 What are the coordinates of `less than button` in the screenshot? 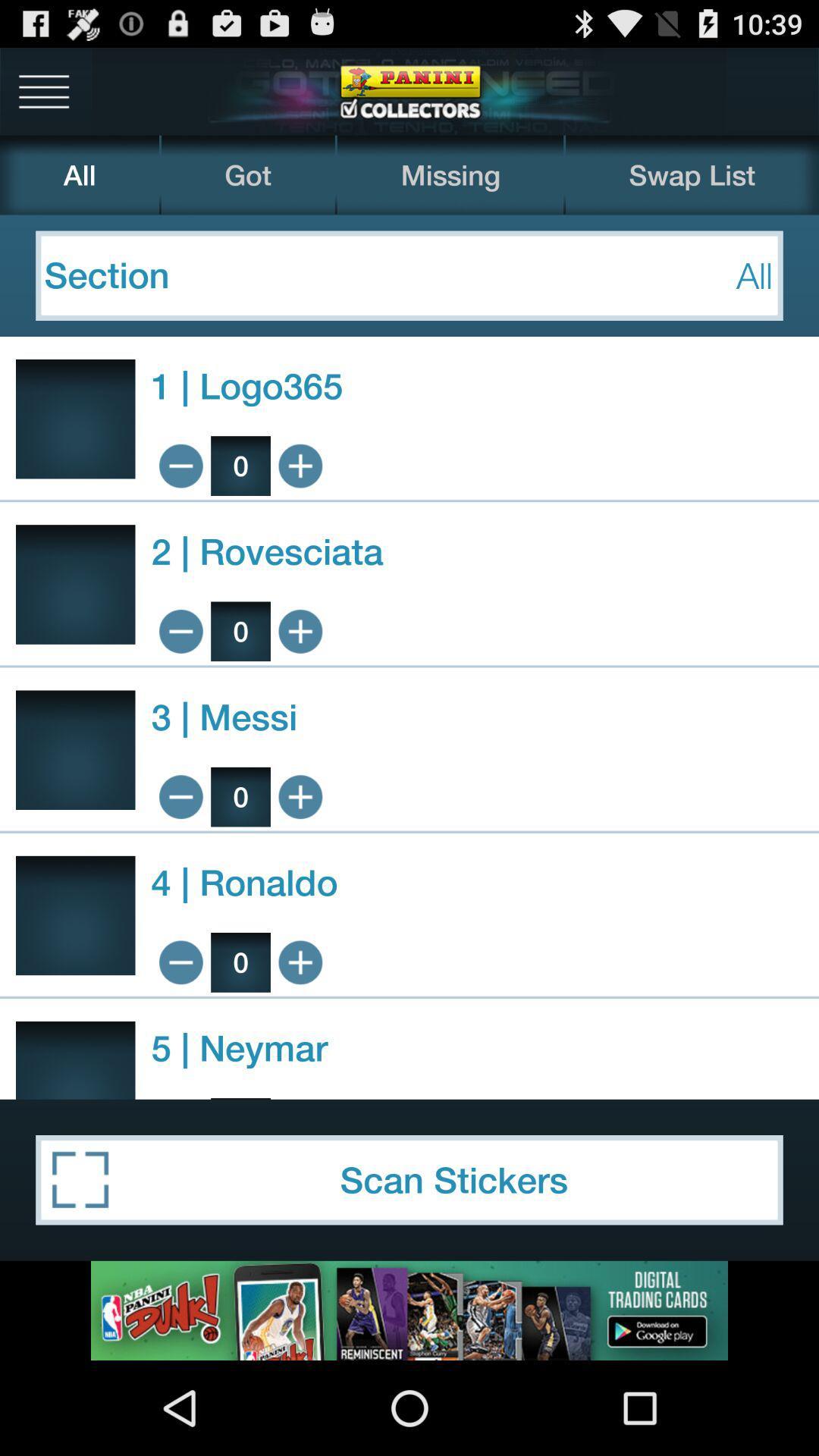 It's located at (180, 962).